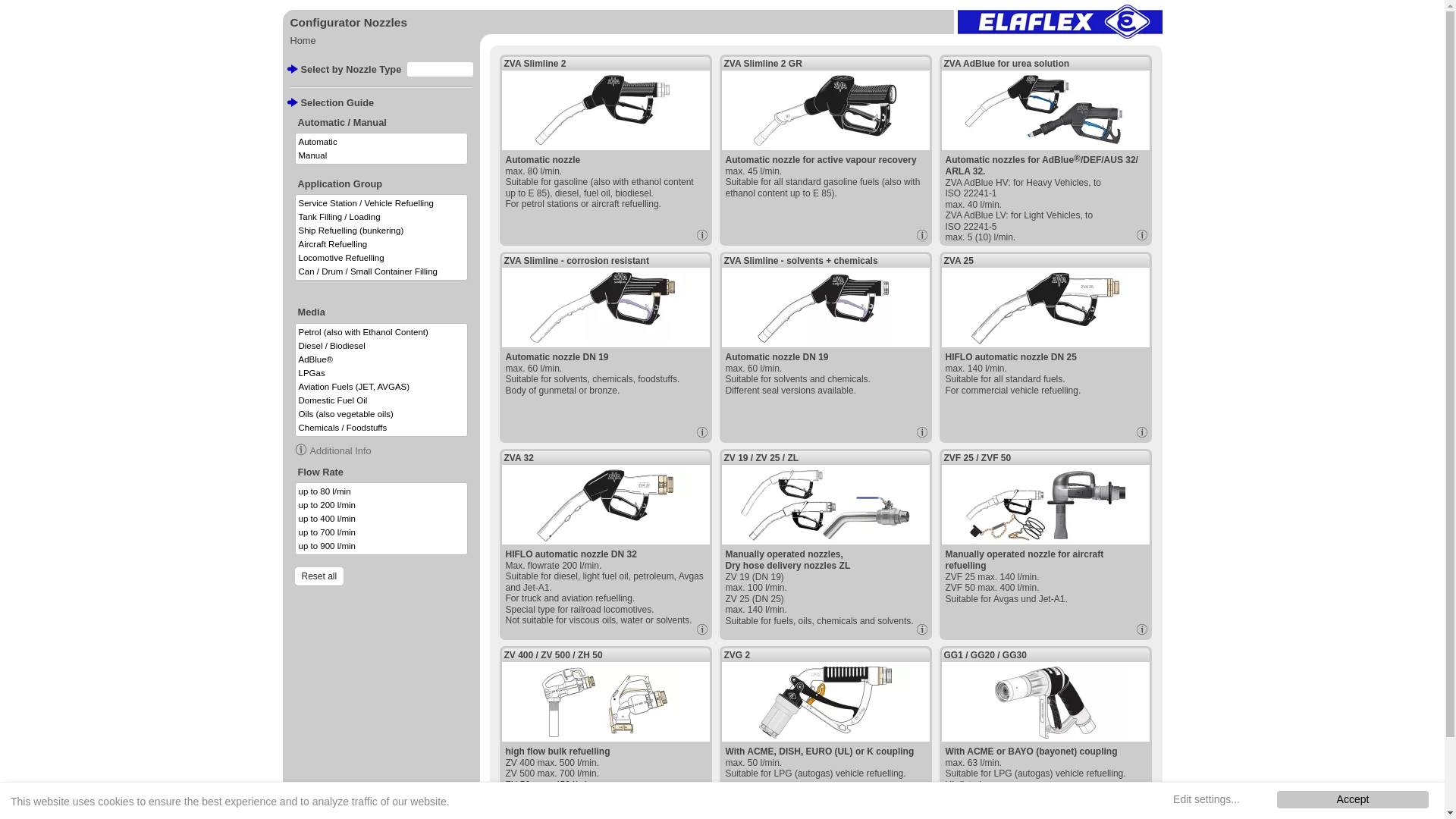  What do you see at coordinates (302, 39) in the screenshot?
I see `'Home'` at bounding box center [302, 39].